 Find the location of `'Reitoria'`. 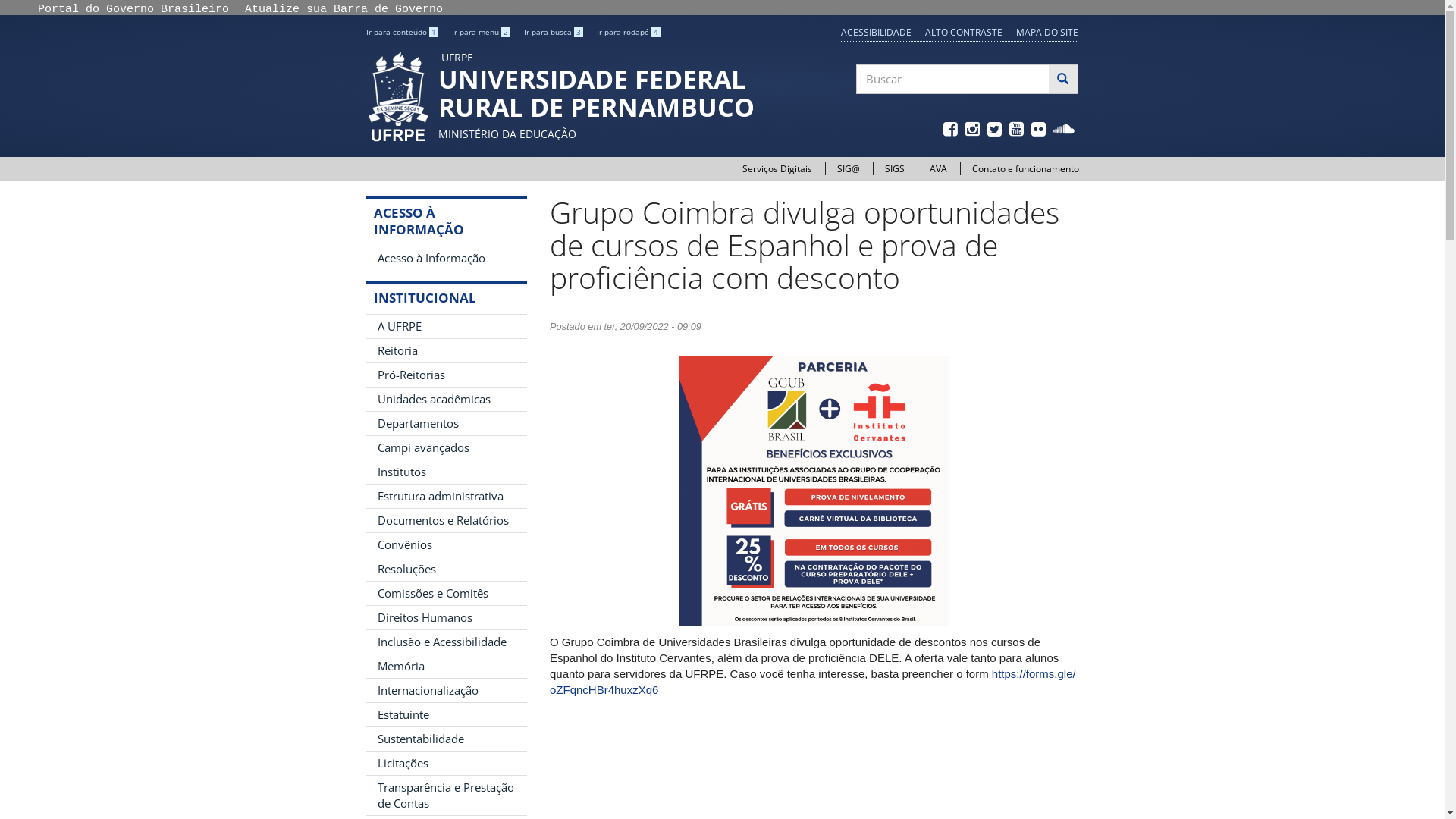

'Reitoria' is located at coordinates (445, 350).